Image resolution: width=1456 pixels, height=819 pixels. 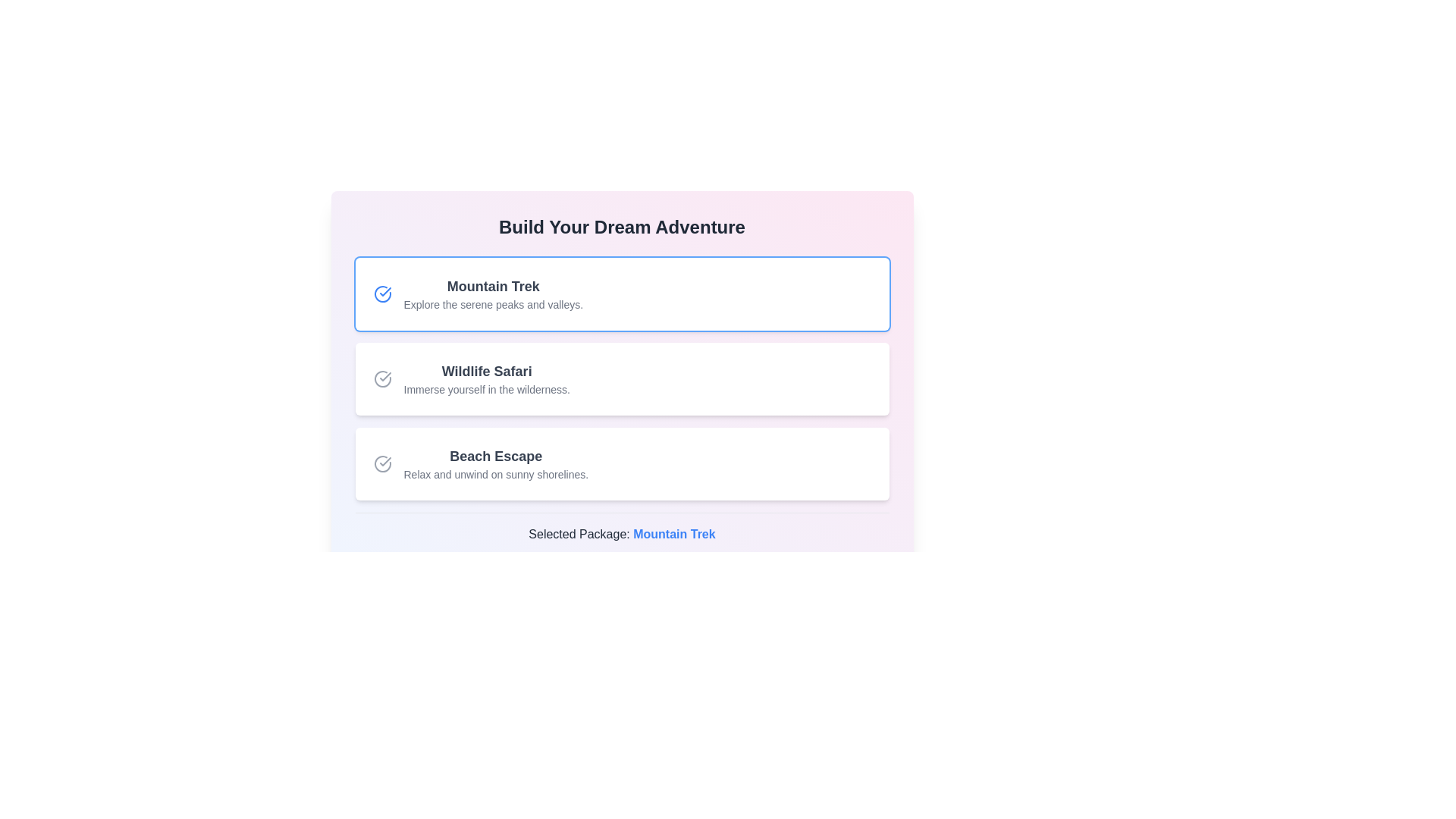 I want to click on the checkmark icon enclosed in a circular outline, which is located in the first option card under the title 'Mountain Trek', so click(x=382, y=294).